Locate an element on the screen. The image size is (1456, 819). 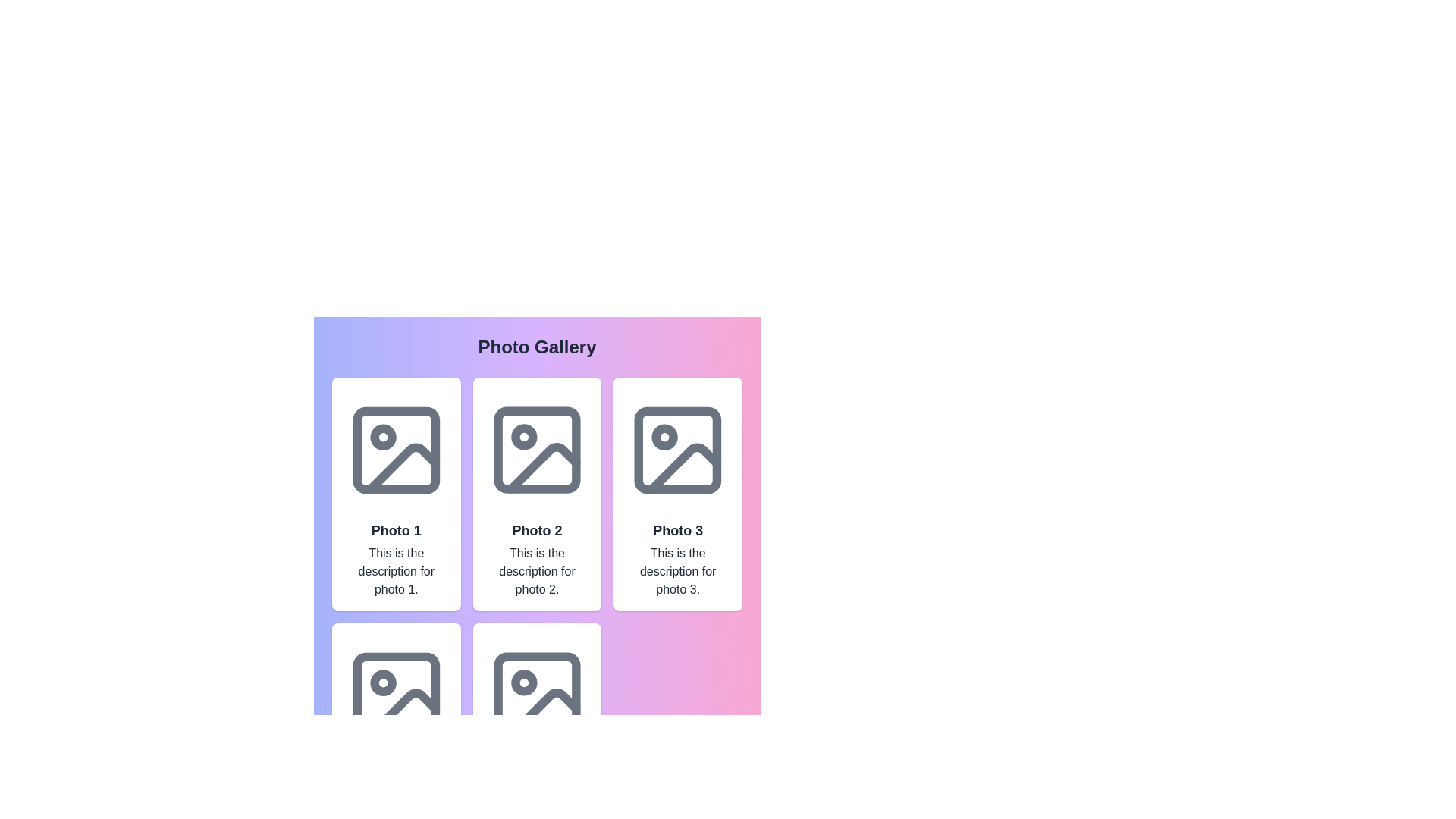
the Image Placeholder SVG element located at the top-center of the 'Photo 4' card in the fourth row and first column of the photo gallery display is located at coordinates (396, 696).